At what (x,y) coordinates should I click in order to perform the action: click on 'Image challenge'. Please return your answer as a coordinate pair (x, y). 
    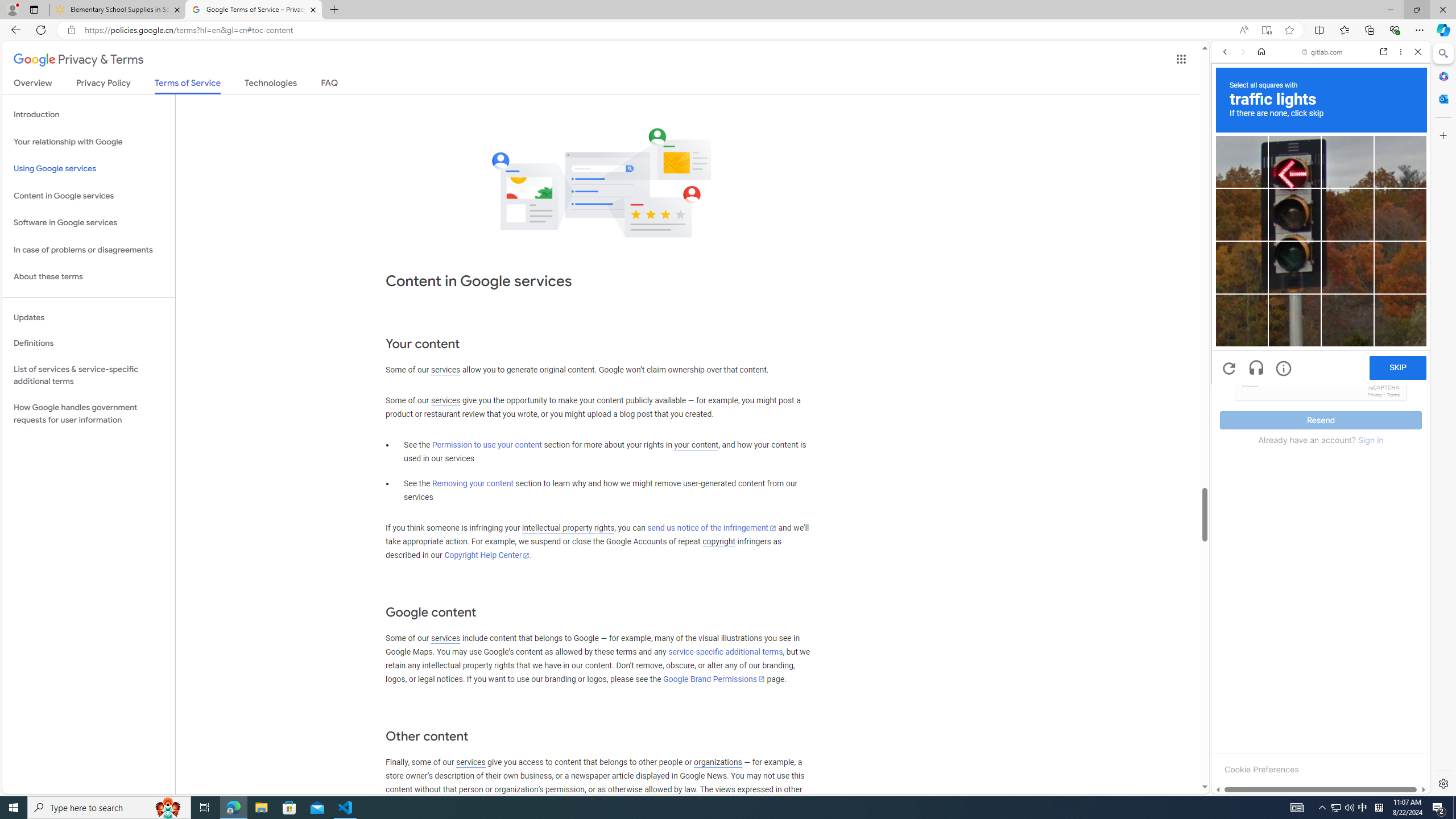
    Looking at the image, I should click on (1293, 267).